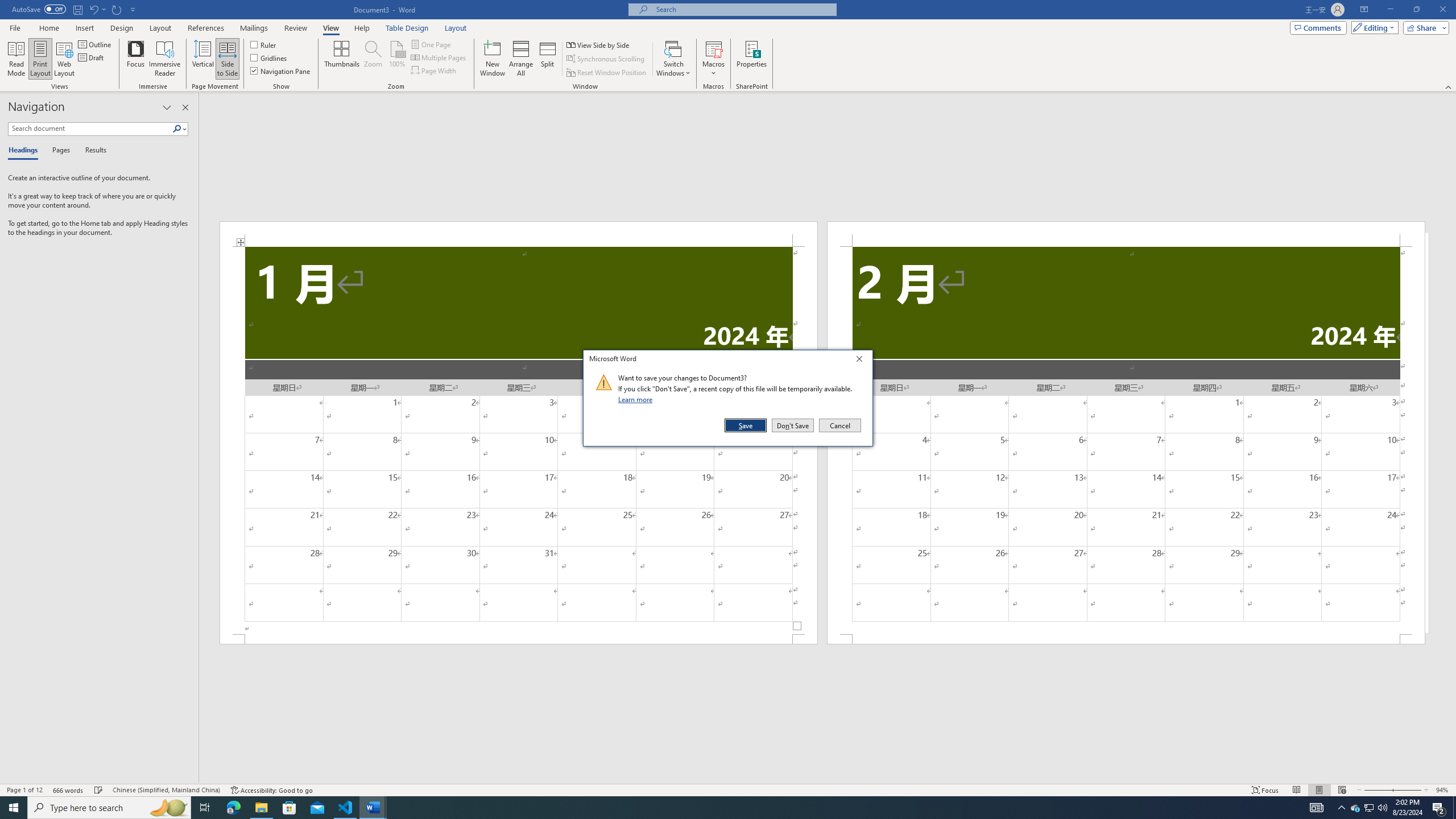  I want to click on 'Learn more', so click(637, 399).